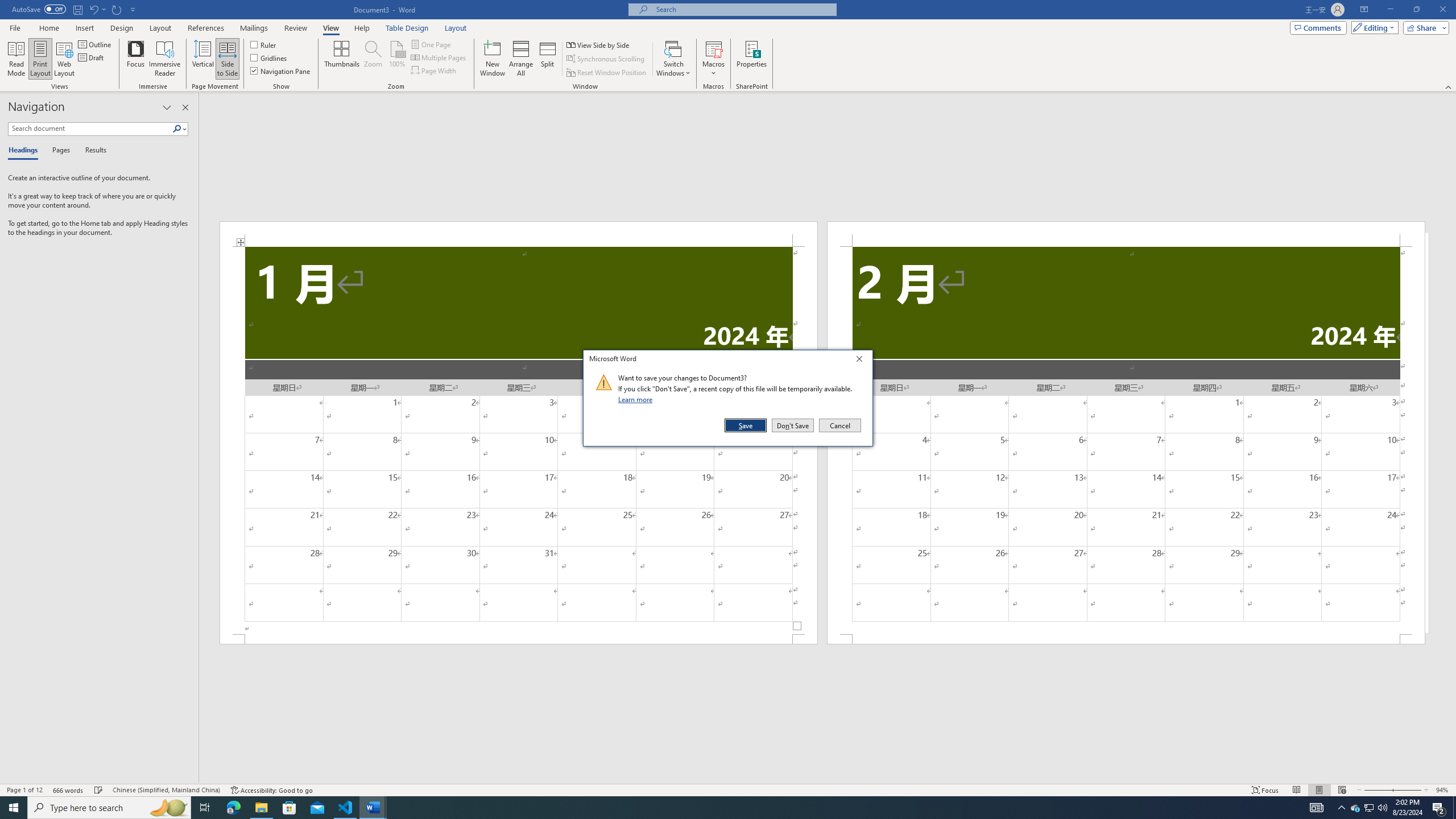  I want to click on 'Learn more', so click(637, 399).